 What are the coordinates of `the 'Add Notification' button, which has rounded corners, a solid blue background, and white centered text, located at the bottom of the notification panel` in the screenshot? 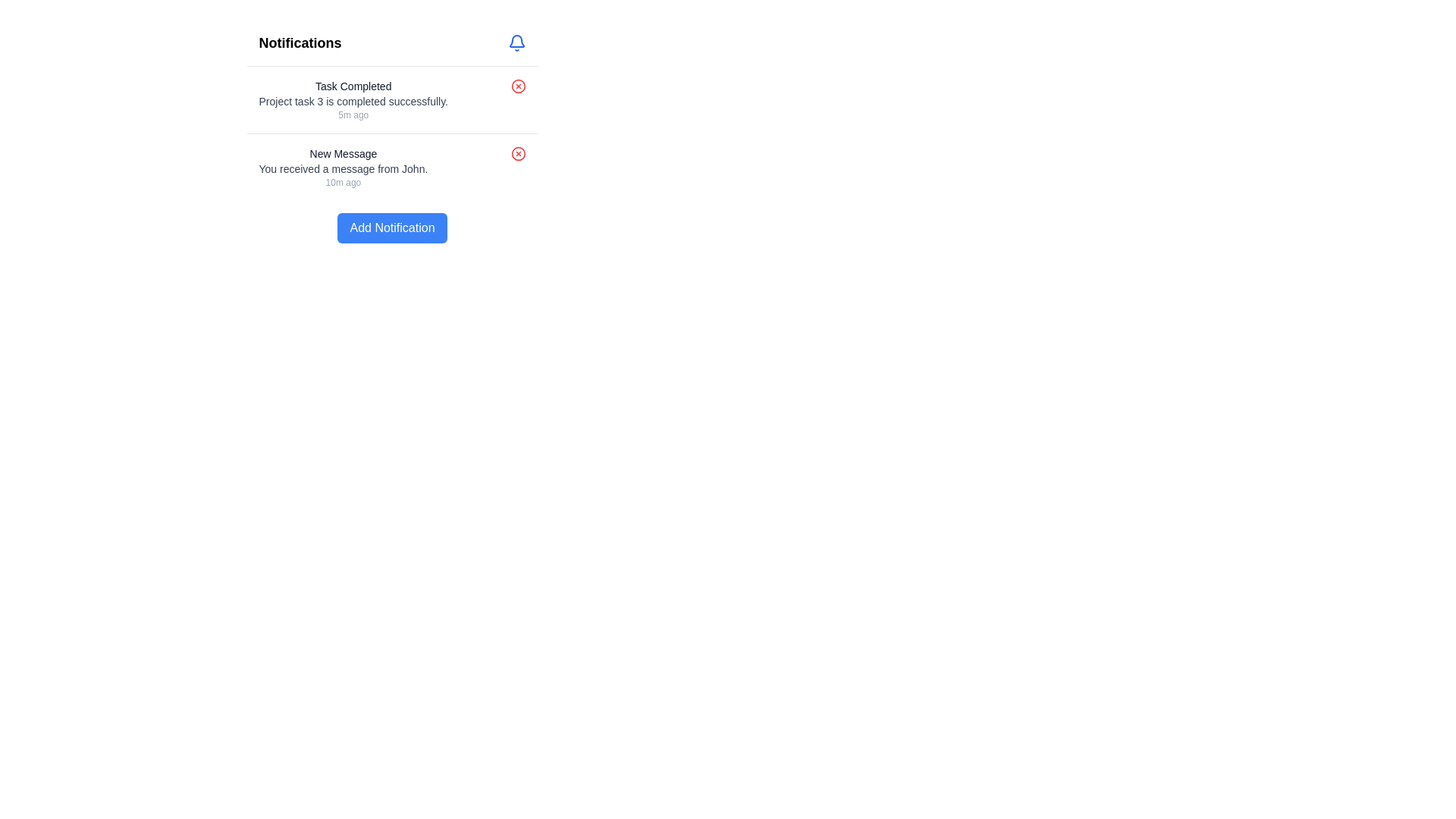 It's located at (392, 227).